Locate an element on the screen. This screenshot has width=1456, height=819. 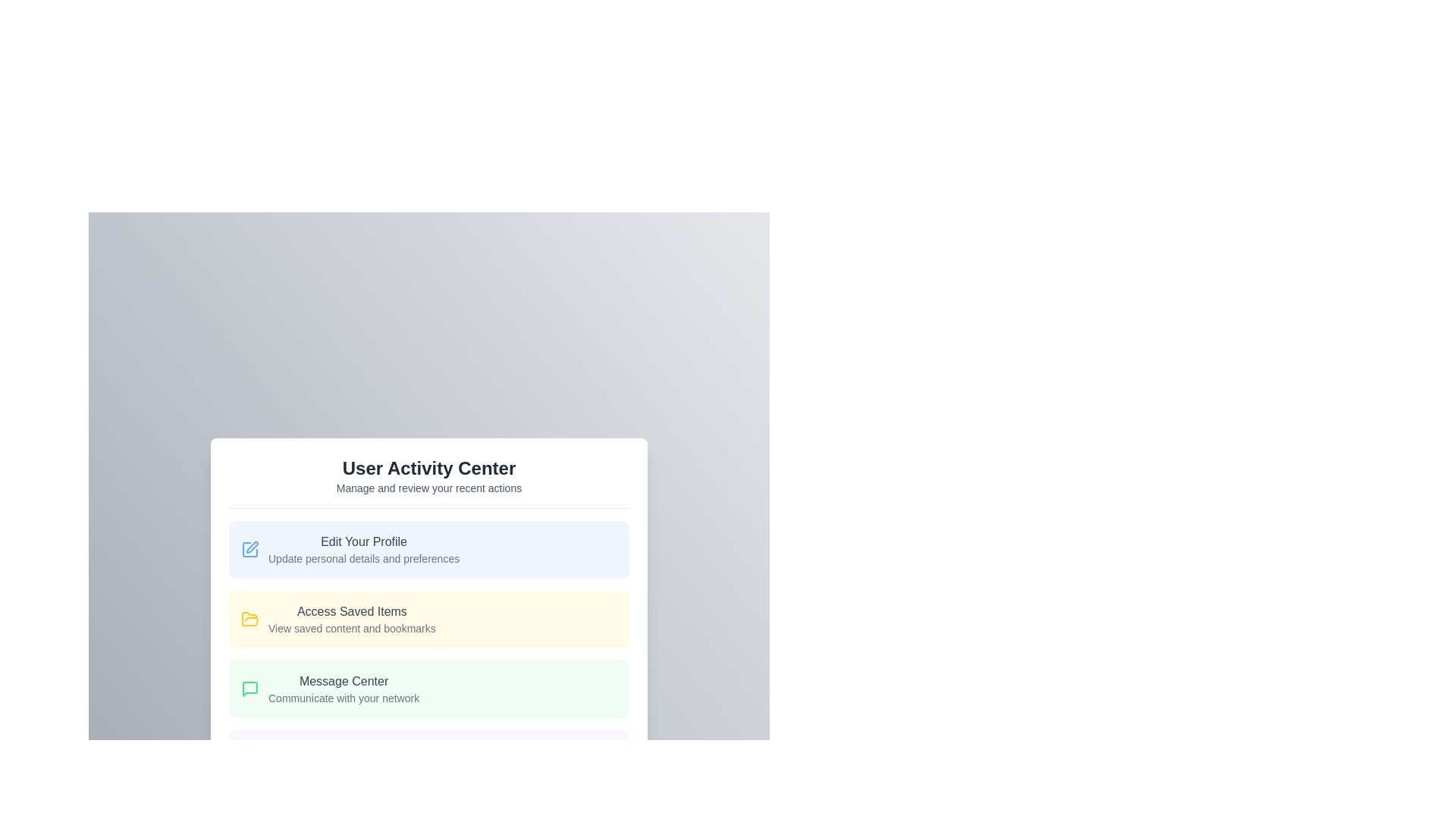
the Informational Button located beneath 'User Activity Center' is located at coordinates (428, 549).